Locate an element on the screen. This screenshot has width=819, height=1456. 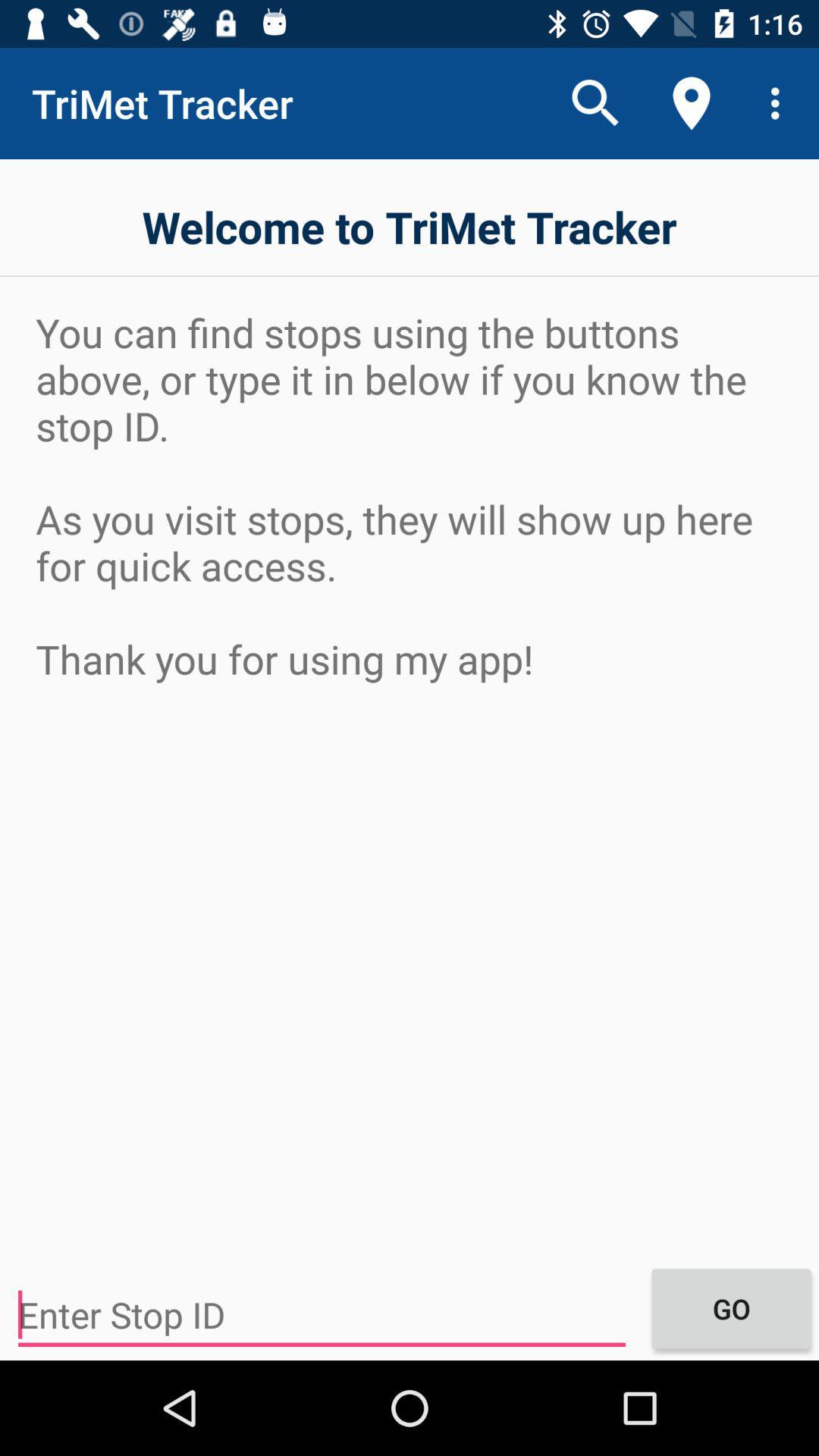
icon below you can find item is located at coordinates (730, 1307).